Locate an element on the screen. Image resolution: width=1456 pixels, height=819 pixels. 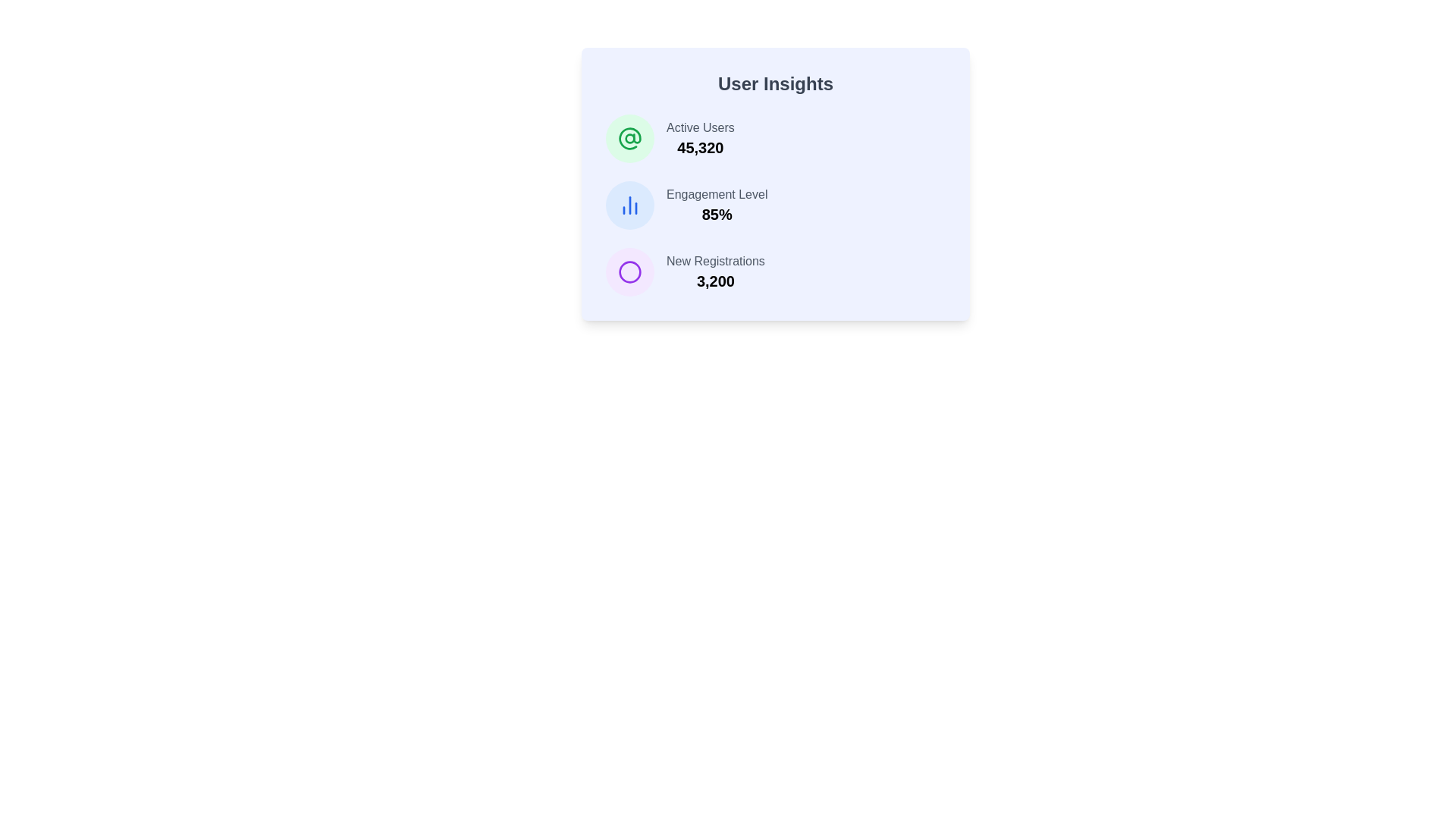
the text label describing the data point for 'New Registrations', which is positioned to the right of a purple circular icon and above the number '3,200' is located at coordinates (714, 260).